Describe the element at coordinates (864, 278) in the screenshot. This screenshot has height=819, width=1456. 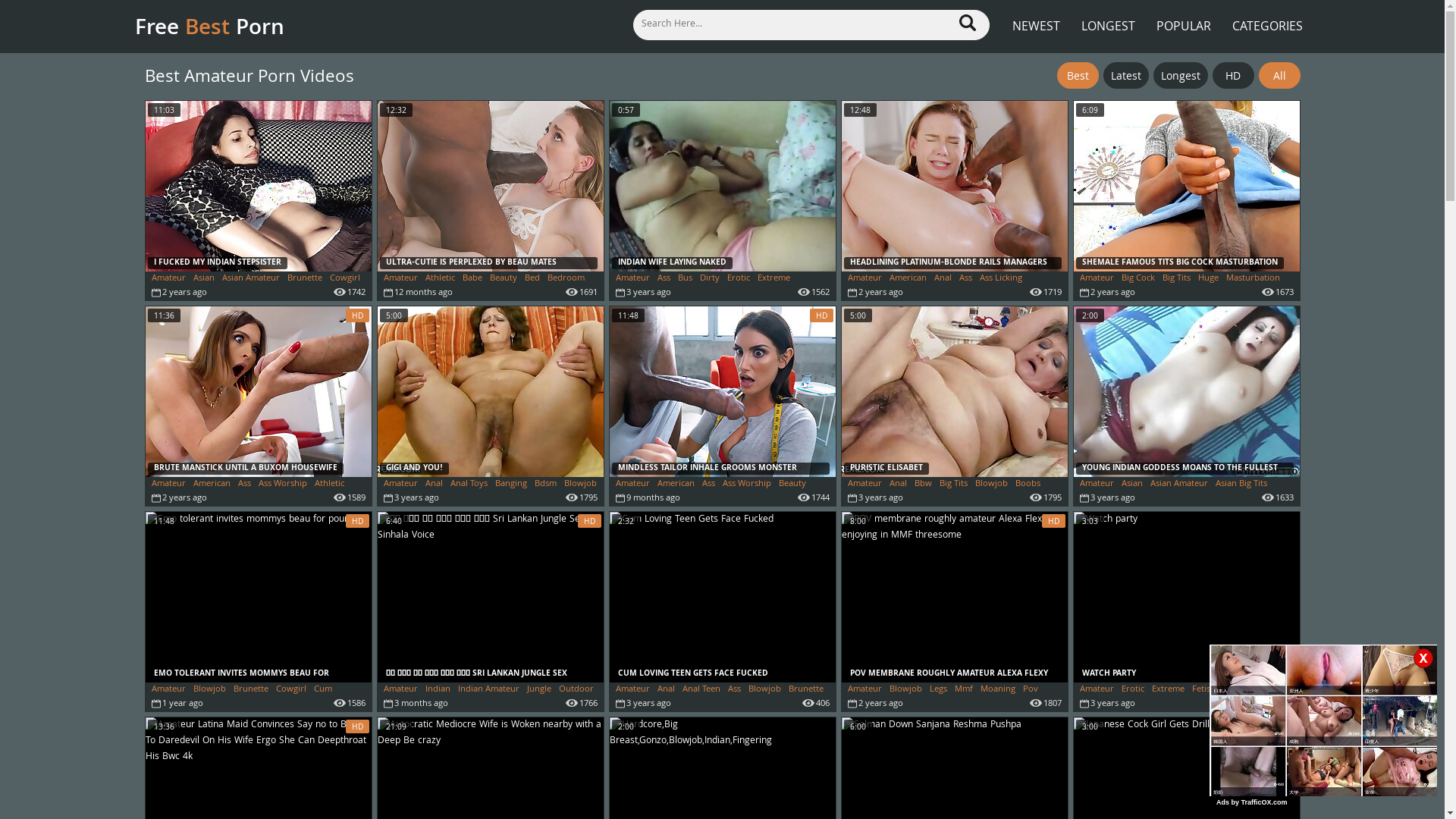
I see `'Amateur'` at that location.